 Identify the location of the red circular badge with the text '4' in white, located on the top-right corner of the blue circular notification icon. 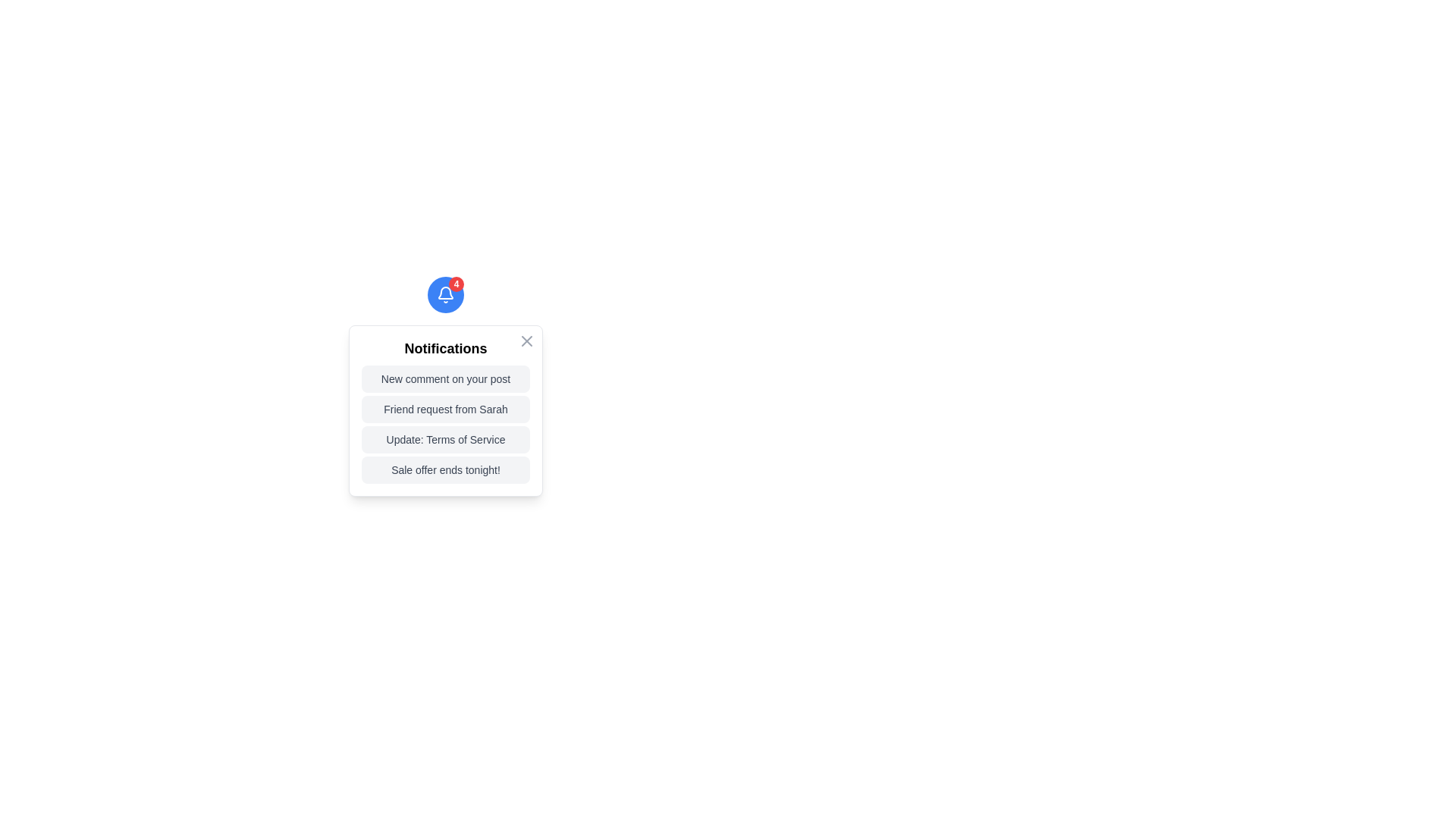
(455, 284).